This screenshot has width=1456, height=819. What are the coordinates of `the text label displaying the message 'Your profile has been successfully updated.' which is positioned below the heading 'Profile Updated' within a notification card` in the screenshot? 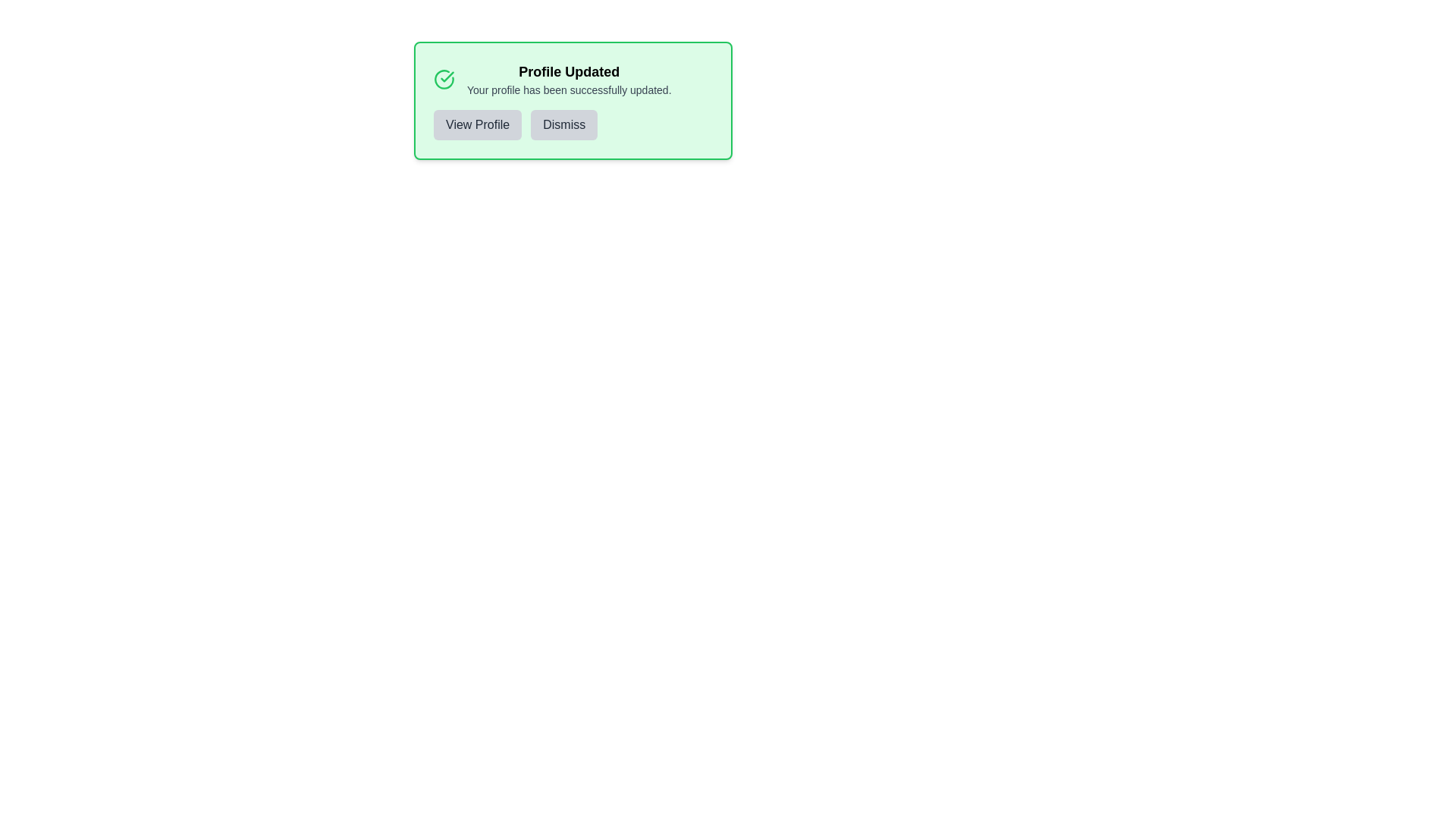 It's located at (568, 90).